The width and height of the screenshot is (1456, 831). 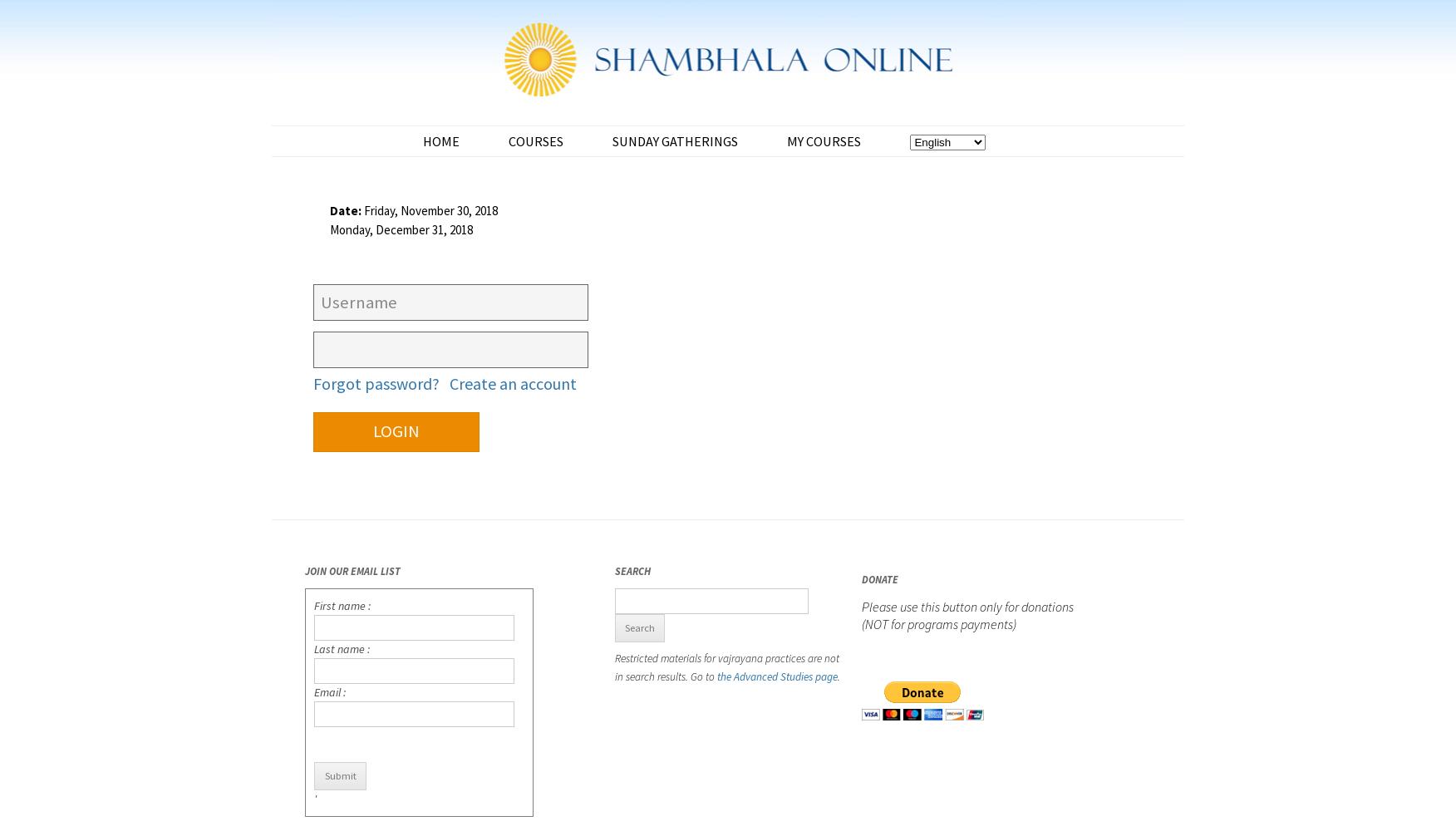 I want to click on 'Forgot password?', so click(x=376, y=382).